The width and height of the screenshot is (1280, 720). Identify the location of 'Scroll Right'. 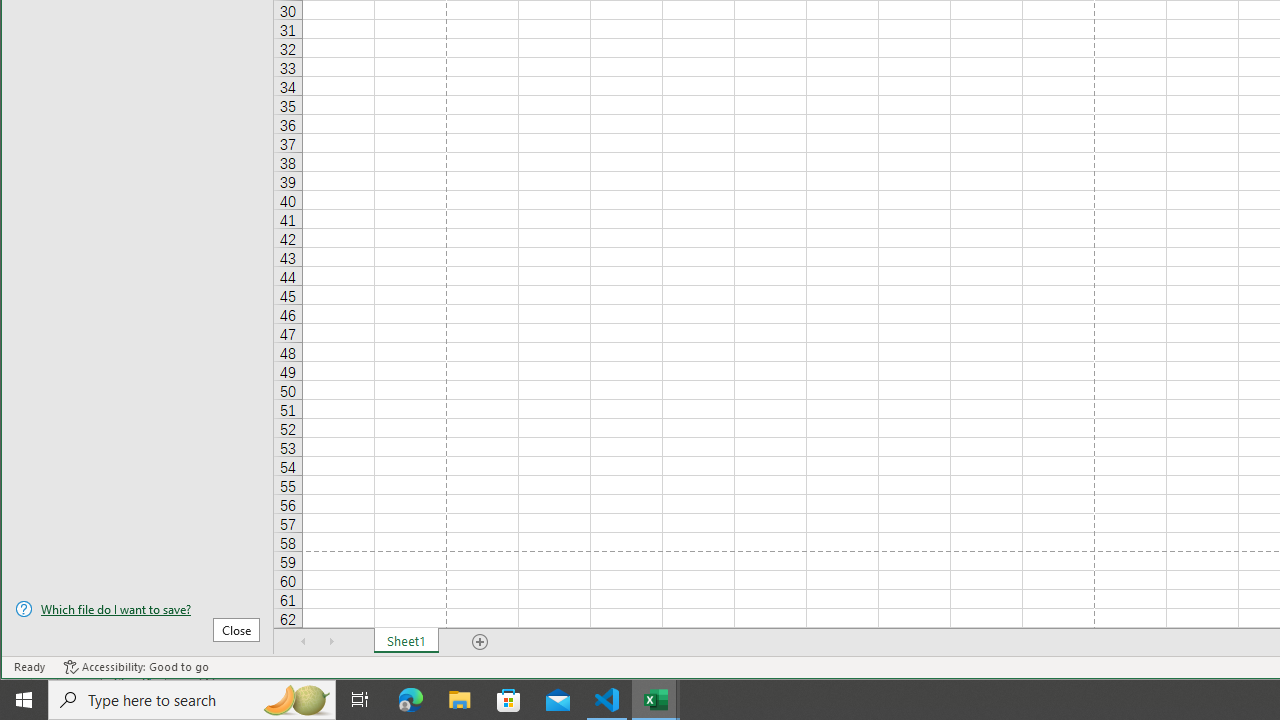
(331, 641).